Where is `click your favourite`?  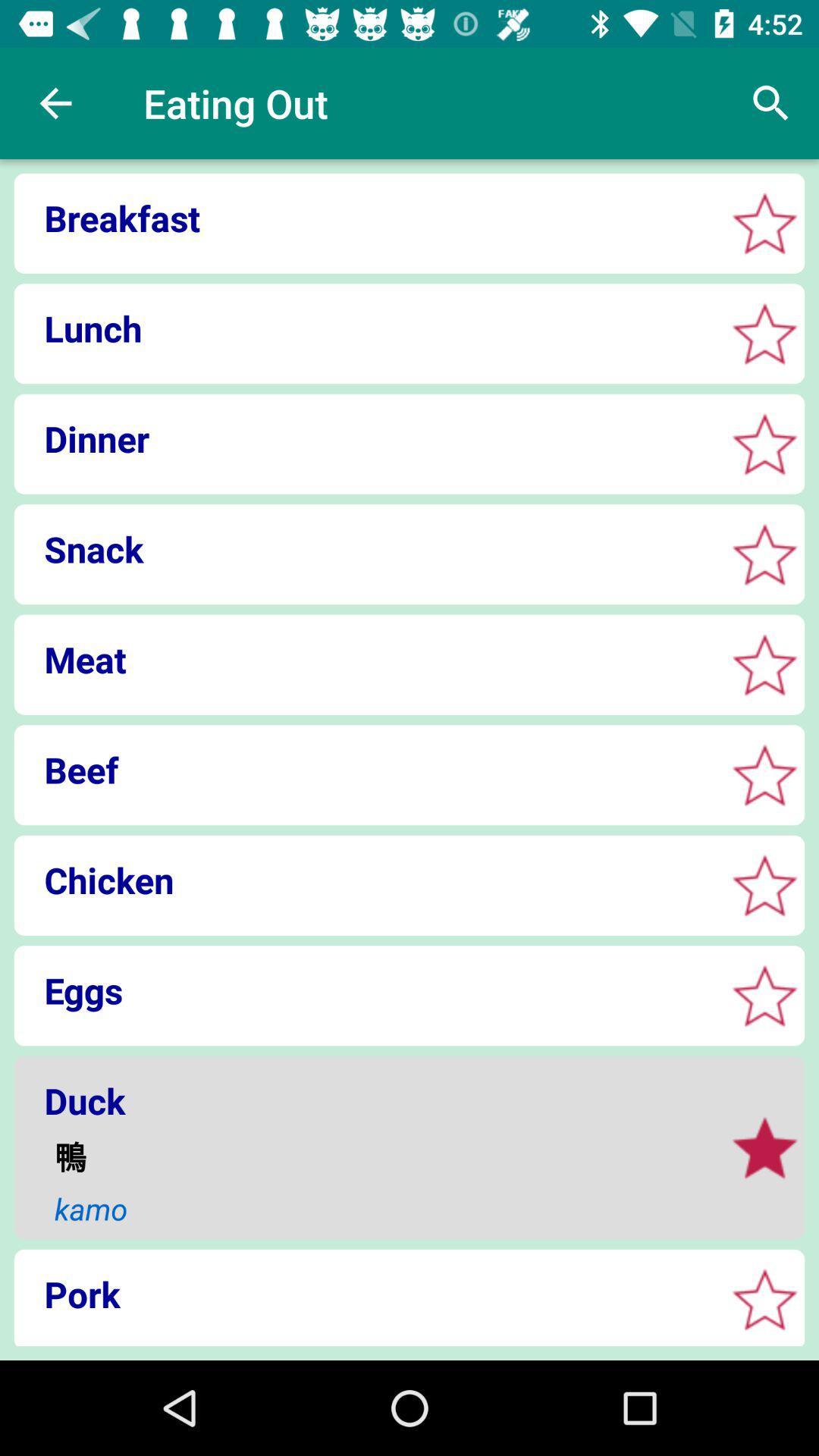
click your favourite is located at coordinates (764, 664).